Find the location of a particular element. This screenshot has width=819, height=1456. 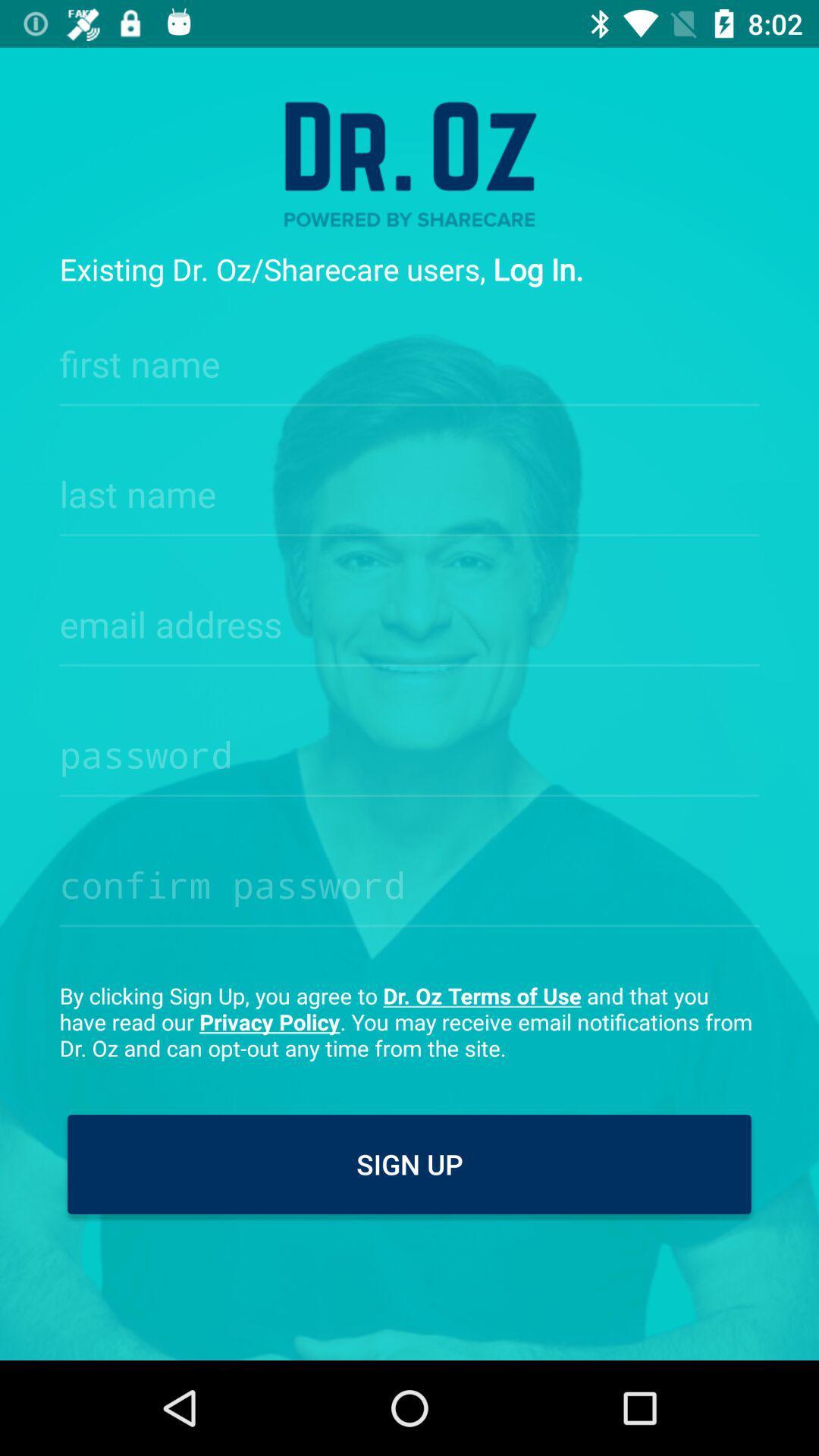

by clicking sign is located at coordinates (409, 1021).